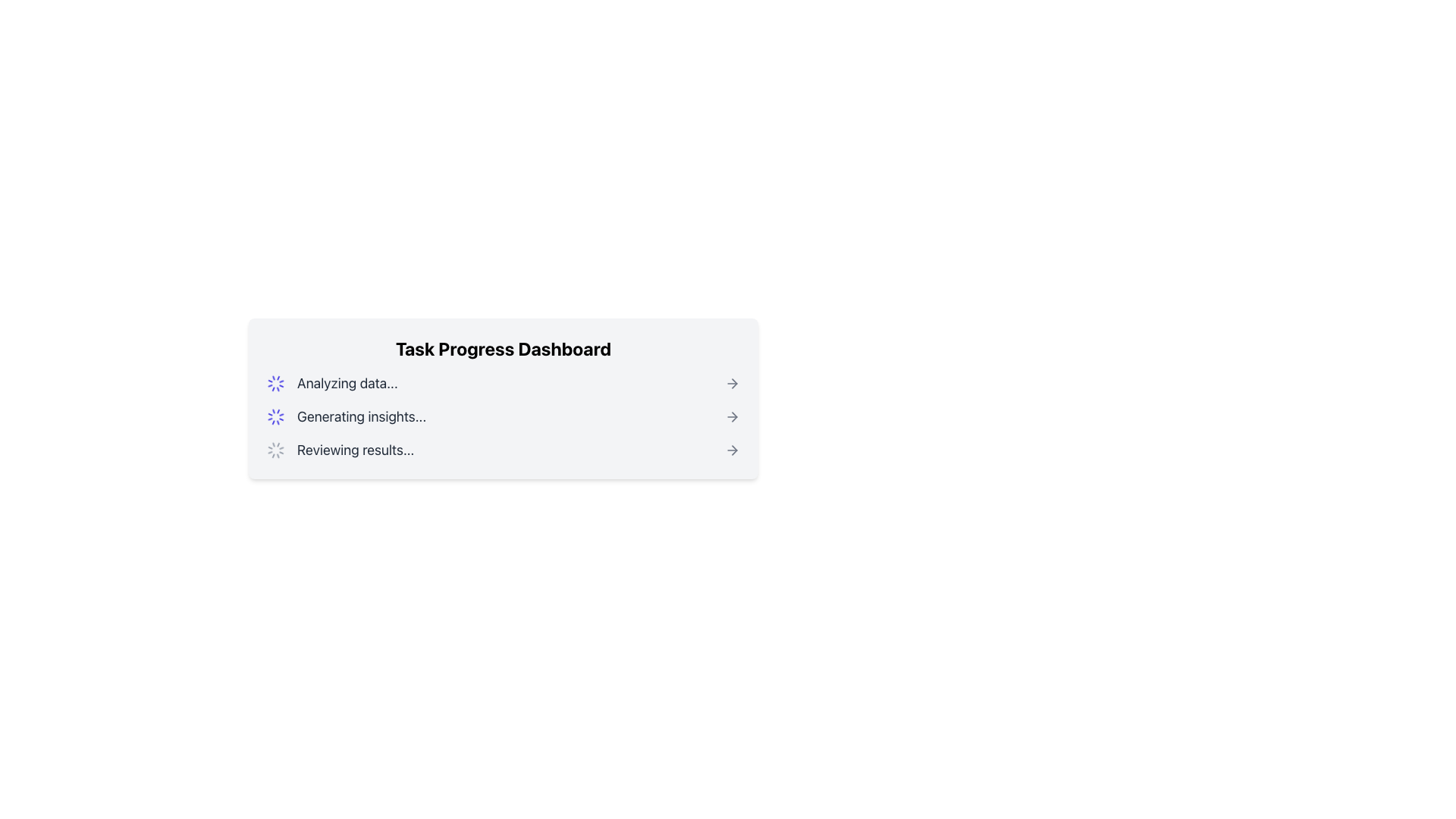 The width and height of the screenshot is (1456, 819). What do you see at coordinates (276, 382) in the screenshot?
I see `the Loading spinner indicating a loading state for 'Analyzing data...' within the Task Progress Dashboard` at bounding box center [276, 382].